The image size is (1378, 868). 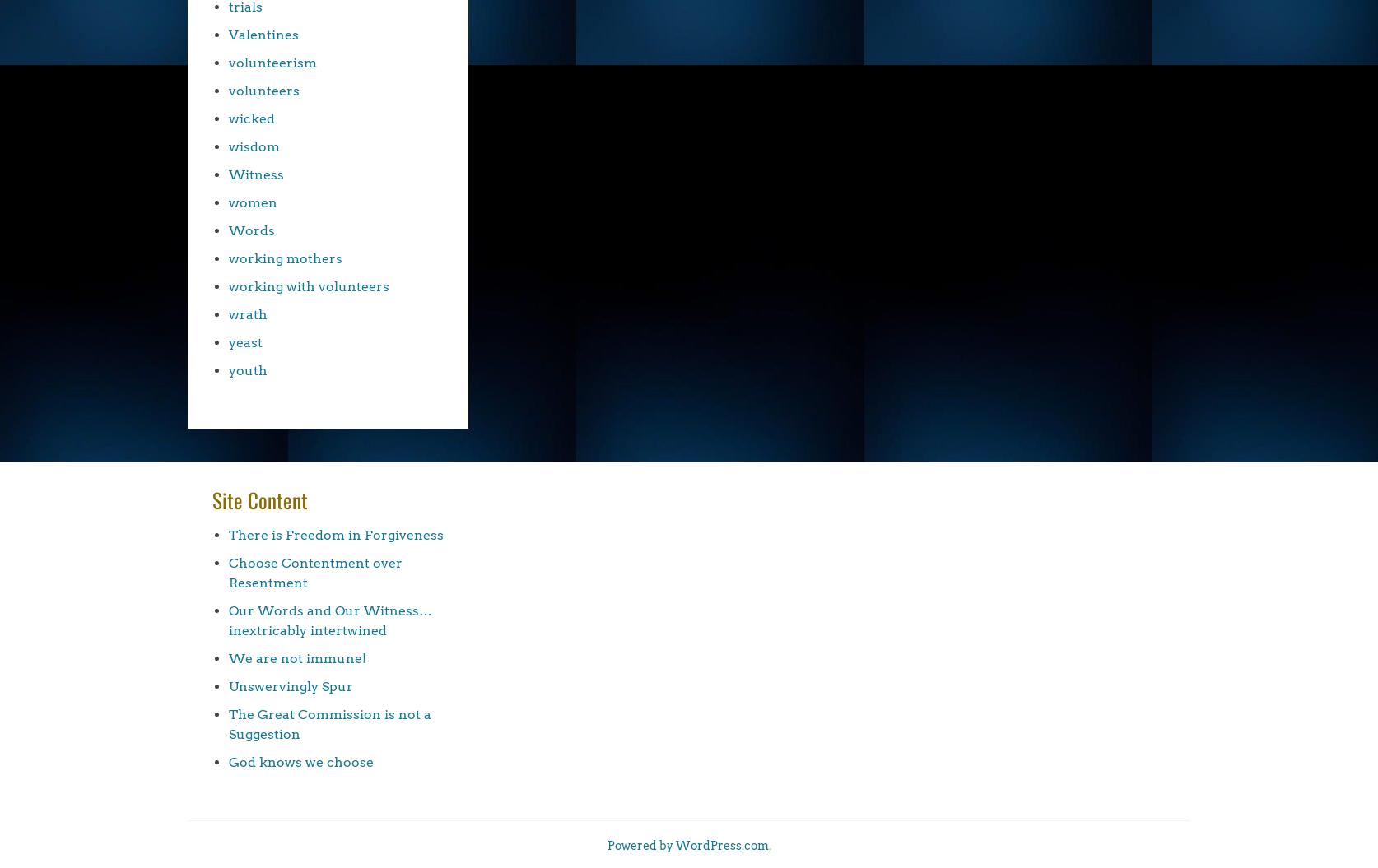 I want to click on 'wicked', so click(x=252, y=118).